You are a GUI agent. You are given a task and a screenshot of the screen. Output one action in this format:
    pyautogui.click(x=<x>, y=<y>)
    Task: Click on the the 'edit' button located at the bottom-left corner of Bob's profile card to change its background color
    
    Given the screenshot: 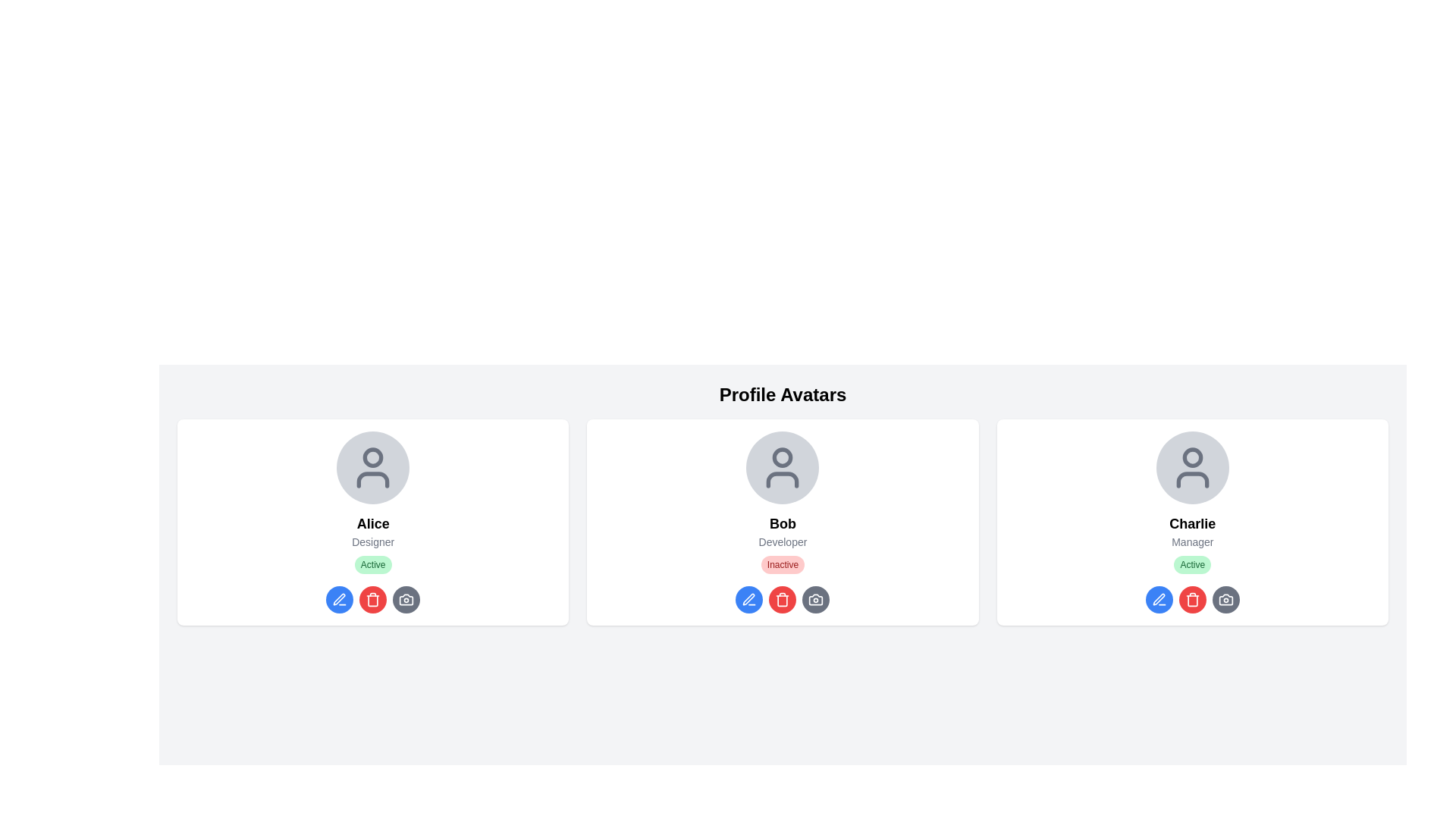 What is the action you would take?
    pyautogui.click(x=749, y=598)
    